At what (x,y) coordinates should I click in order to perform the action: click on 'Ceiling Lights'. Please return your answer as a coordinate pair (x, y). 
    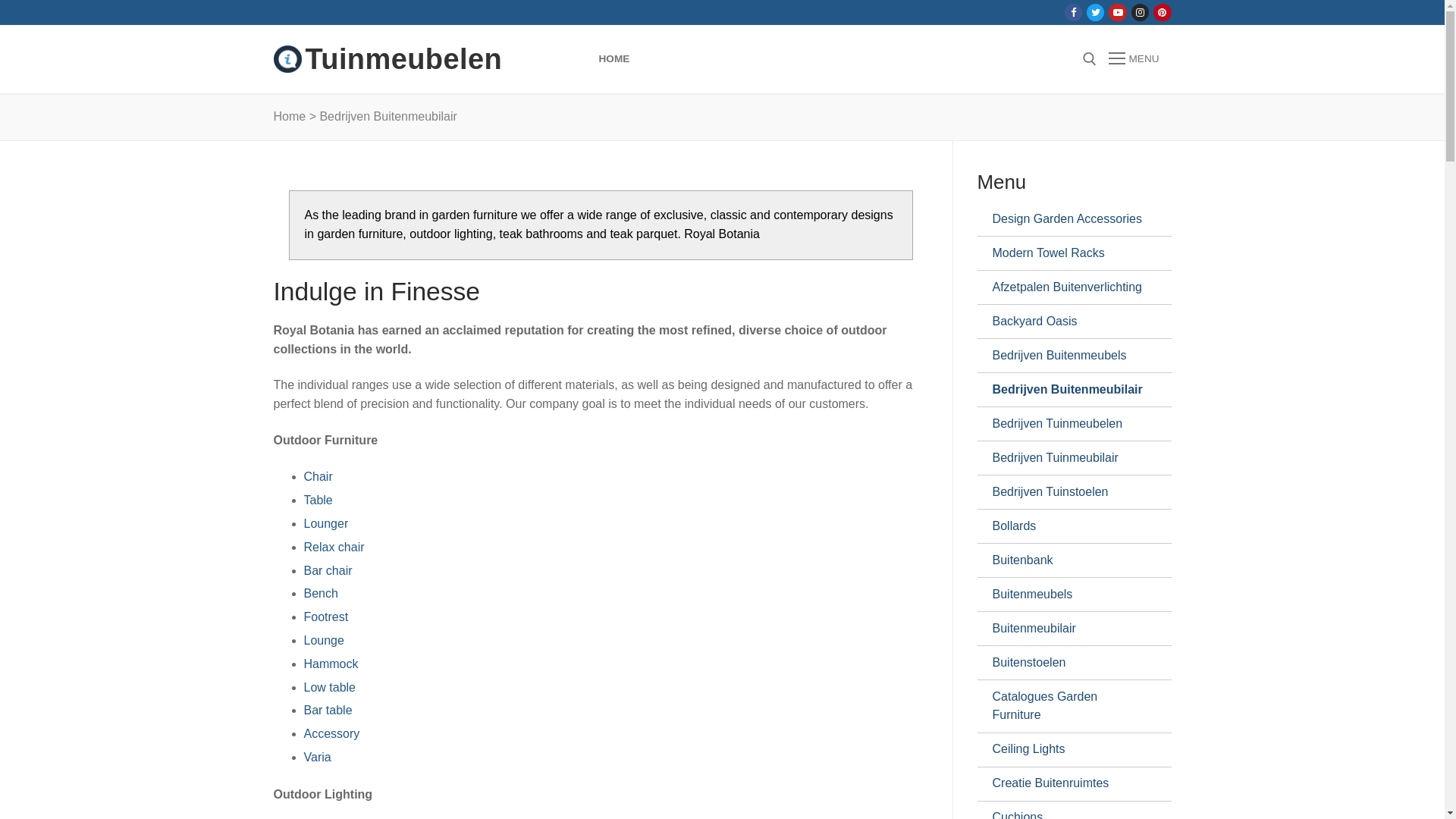
    Looking at the image, I should click on (1066, 748).